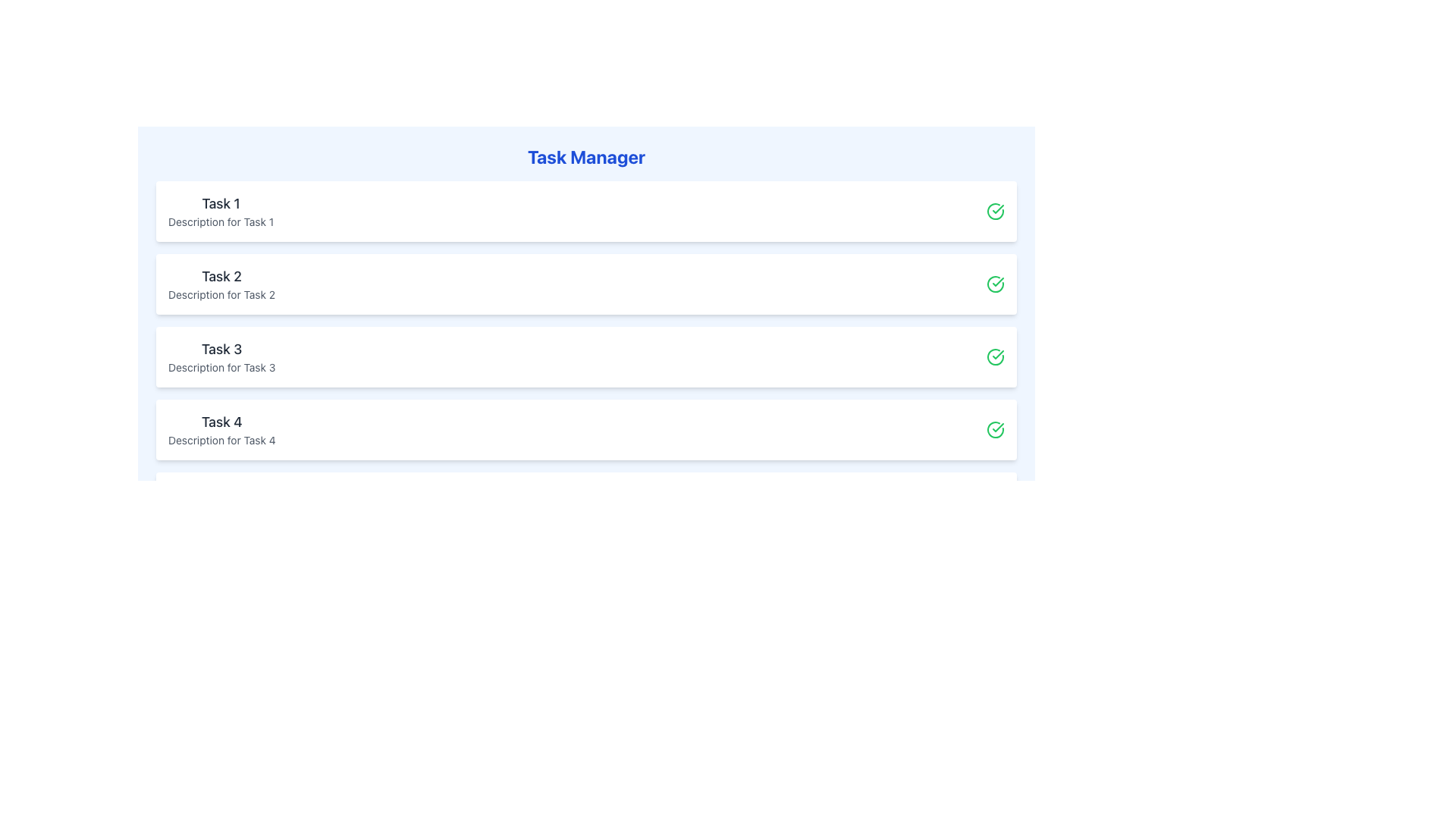  What do you see at coordinates (998, 427) in the screenshot?
I see `the success icon located within the green circular area to the right of the 'Task 4' text block` at bounding box center [998, 427].